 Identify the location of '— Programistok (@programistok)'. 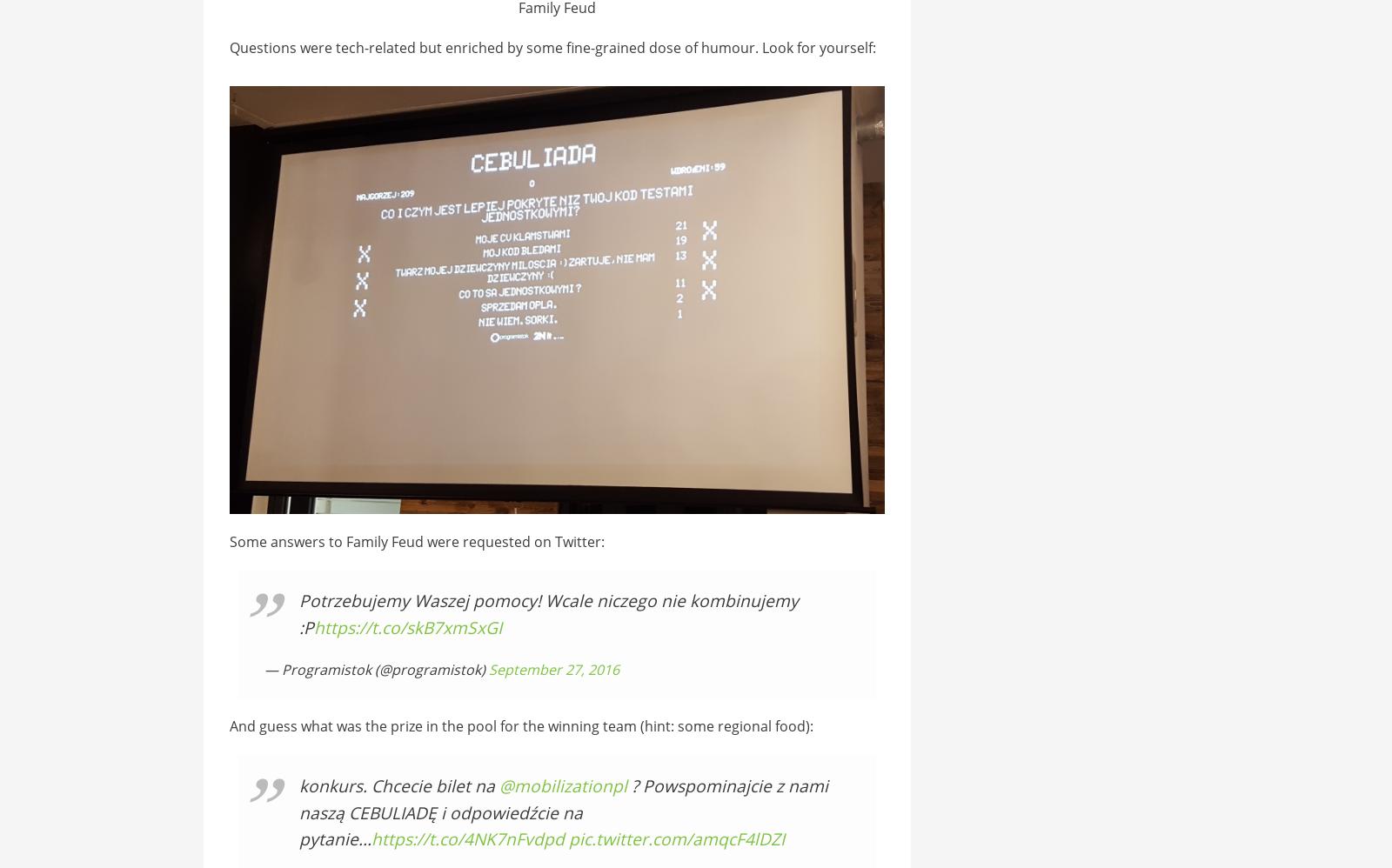
(375, 667).